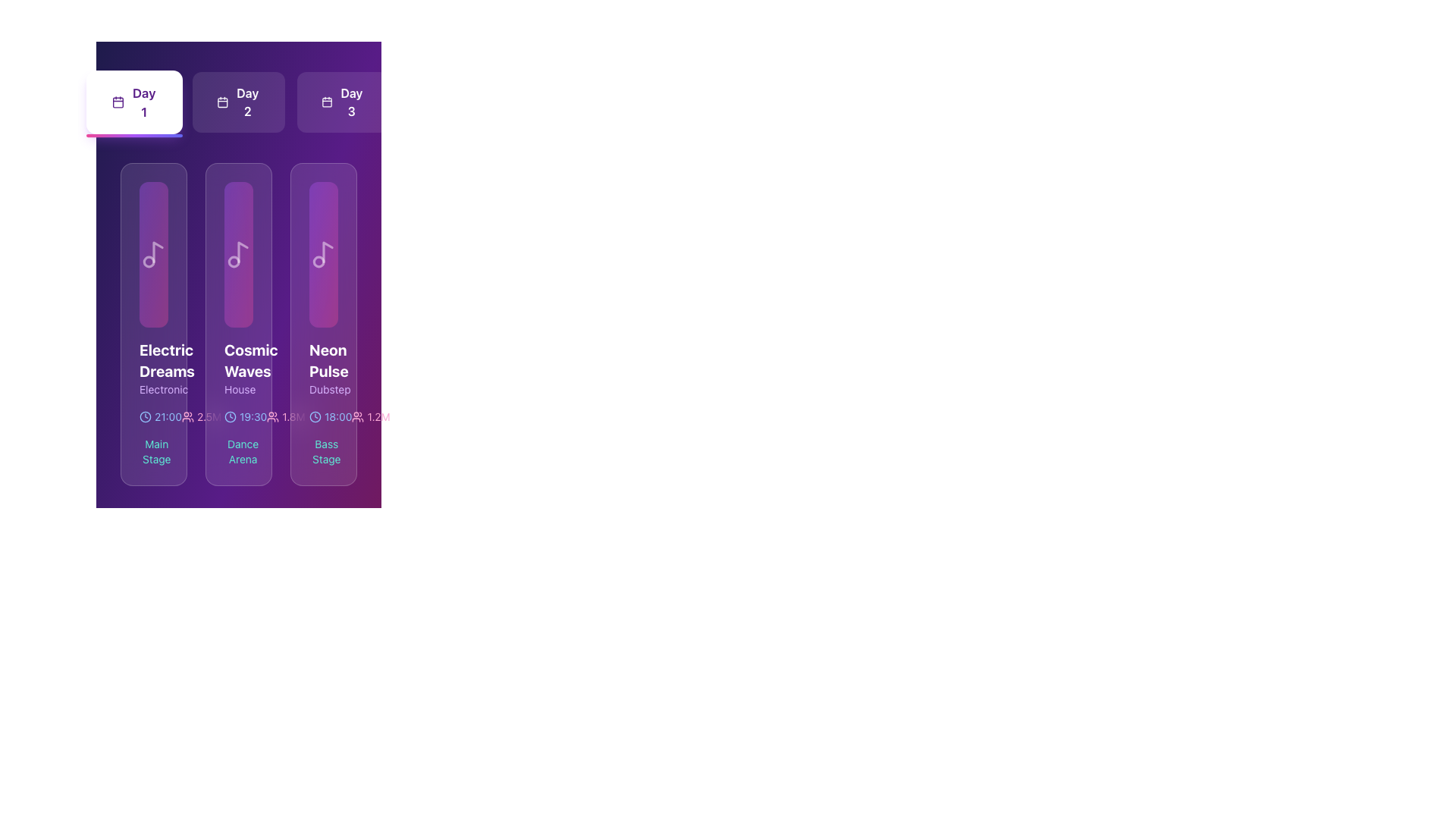 This screenshot has height=819, width=1456. Describe the element at coordinates (153, 253) in the screenshot. I see `the decorative musical icon located in the first column of the 'Day 1' section, positioned below the 'Electric Dreams' label and above the 'Main Stage' descriptive text` at that location.